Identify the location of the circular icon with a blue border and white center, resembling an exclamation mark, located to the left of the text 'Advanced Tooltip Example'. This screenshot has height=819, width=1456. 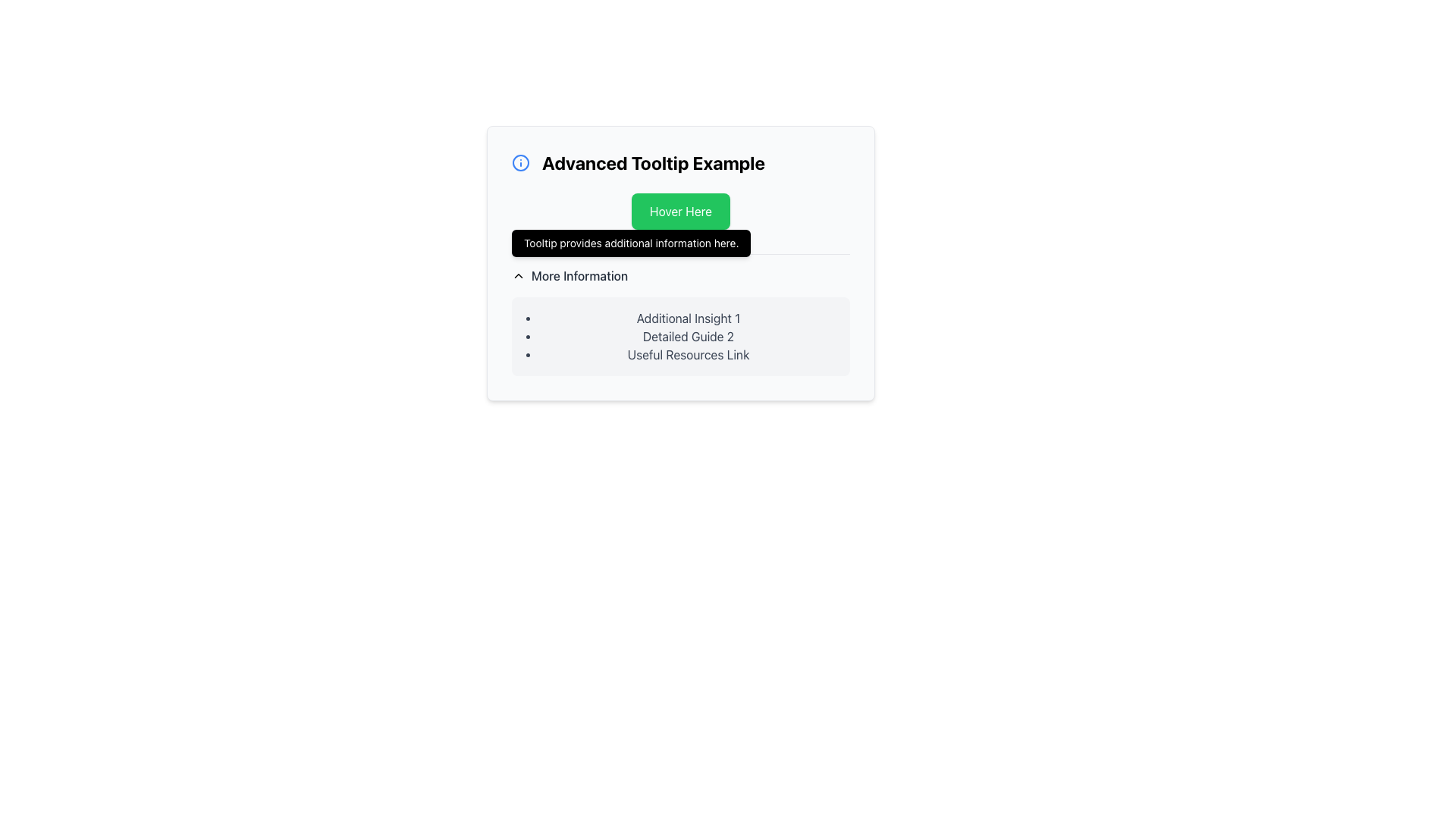
(520, 163).